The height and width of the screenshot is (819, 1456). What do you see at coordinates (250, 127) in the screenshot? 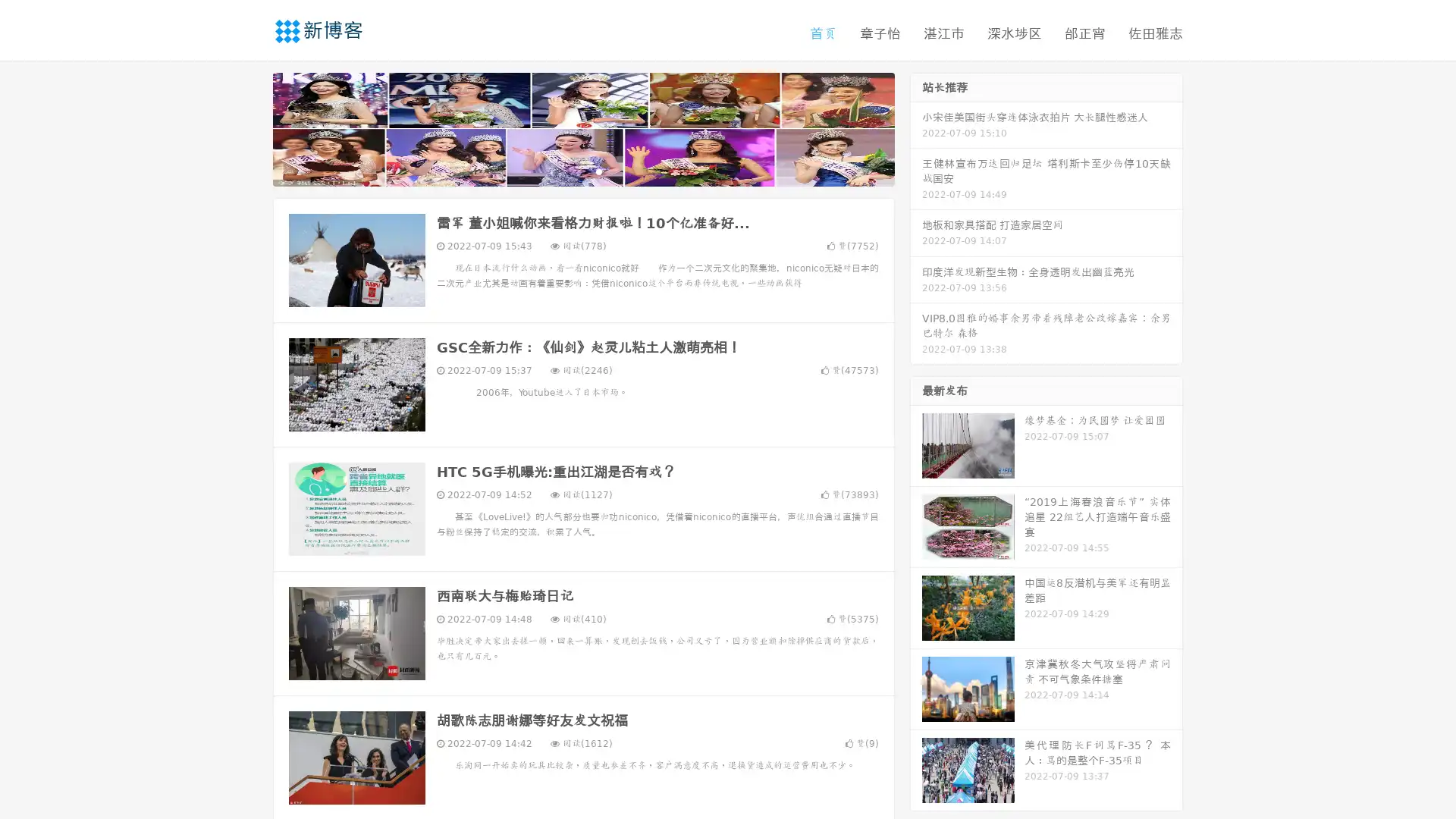
I see `Previous slide` at bounding box center [250, 127].